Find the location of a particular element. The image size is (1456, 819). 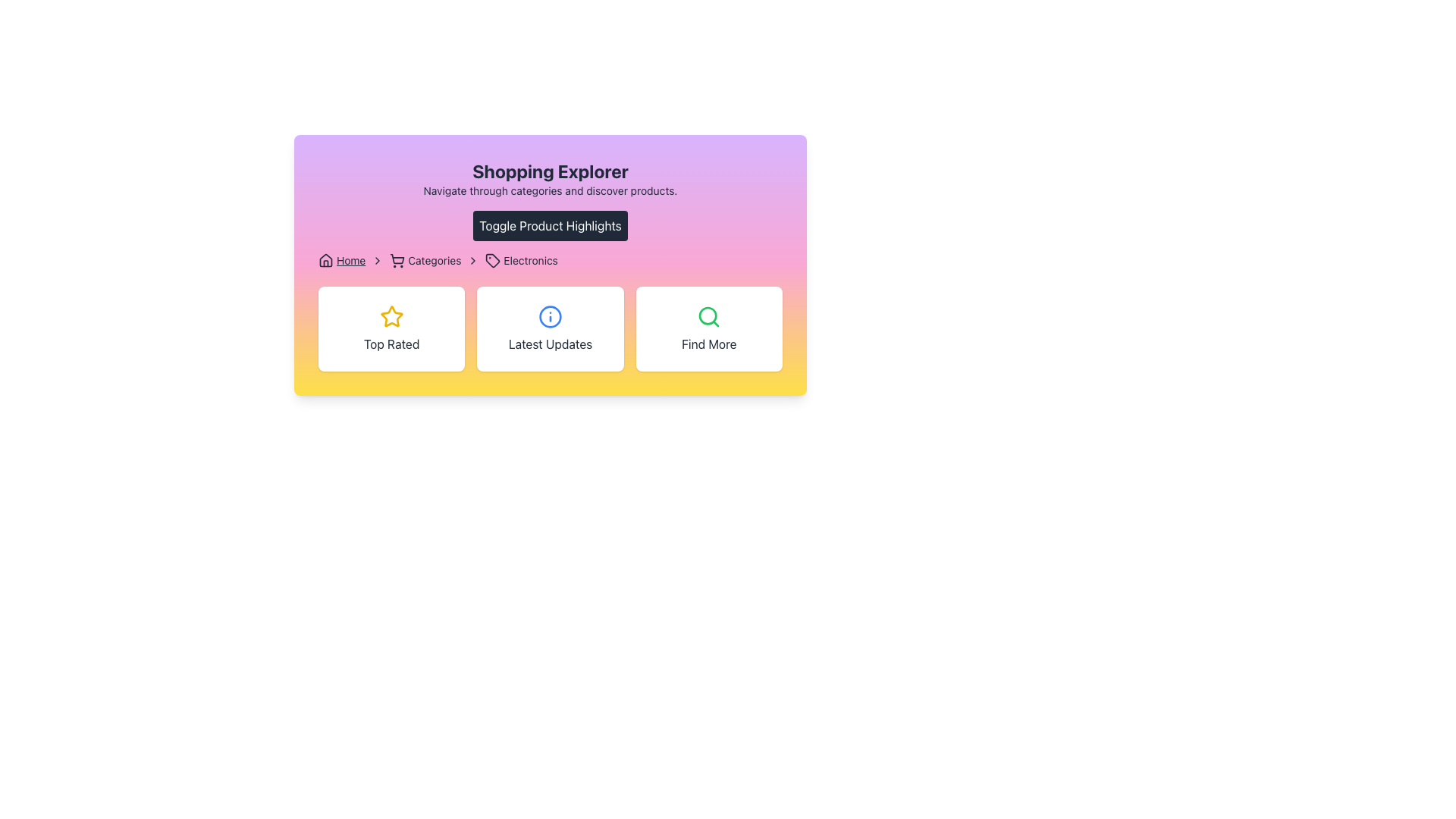

the circular blue outlined information icon located in the 'Latest Updates' card is located at coordinates (549, 315).